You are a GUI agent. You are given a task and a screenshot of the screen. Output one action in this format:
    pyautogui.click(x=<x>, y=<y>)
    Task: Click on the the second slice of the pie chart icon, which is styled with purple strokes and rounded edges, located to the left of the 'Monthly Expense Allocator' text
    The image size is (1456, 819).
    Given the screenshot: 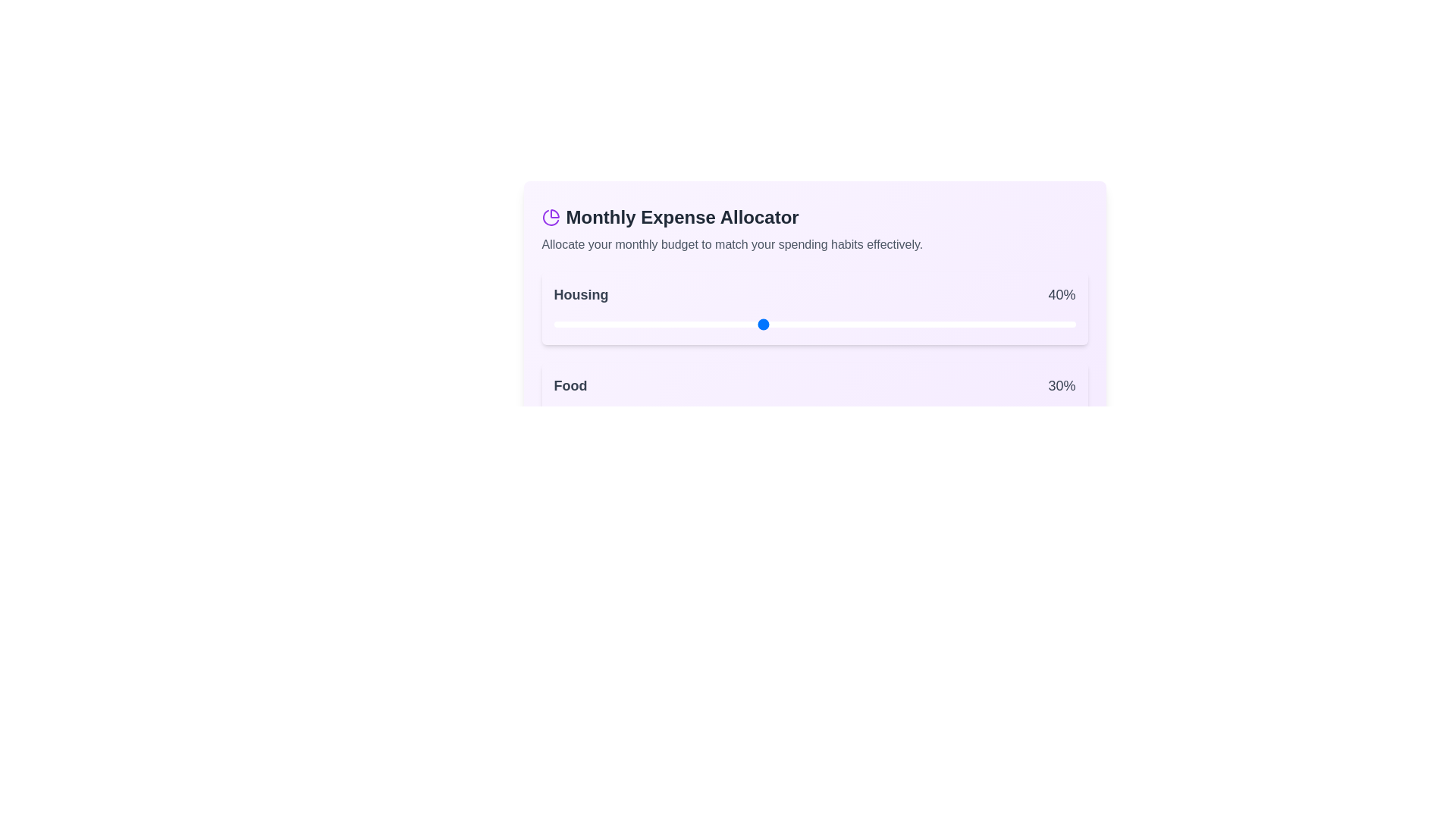 What is the action you would take?
    pyautogui.click(x=550, y=218)
    